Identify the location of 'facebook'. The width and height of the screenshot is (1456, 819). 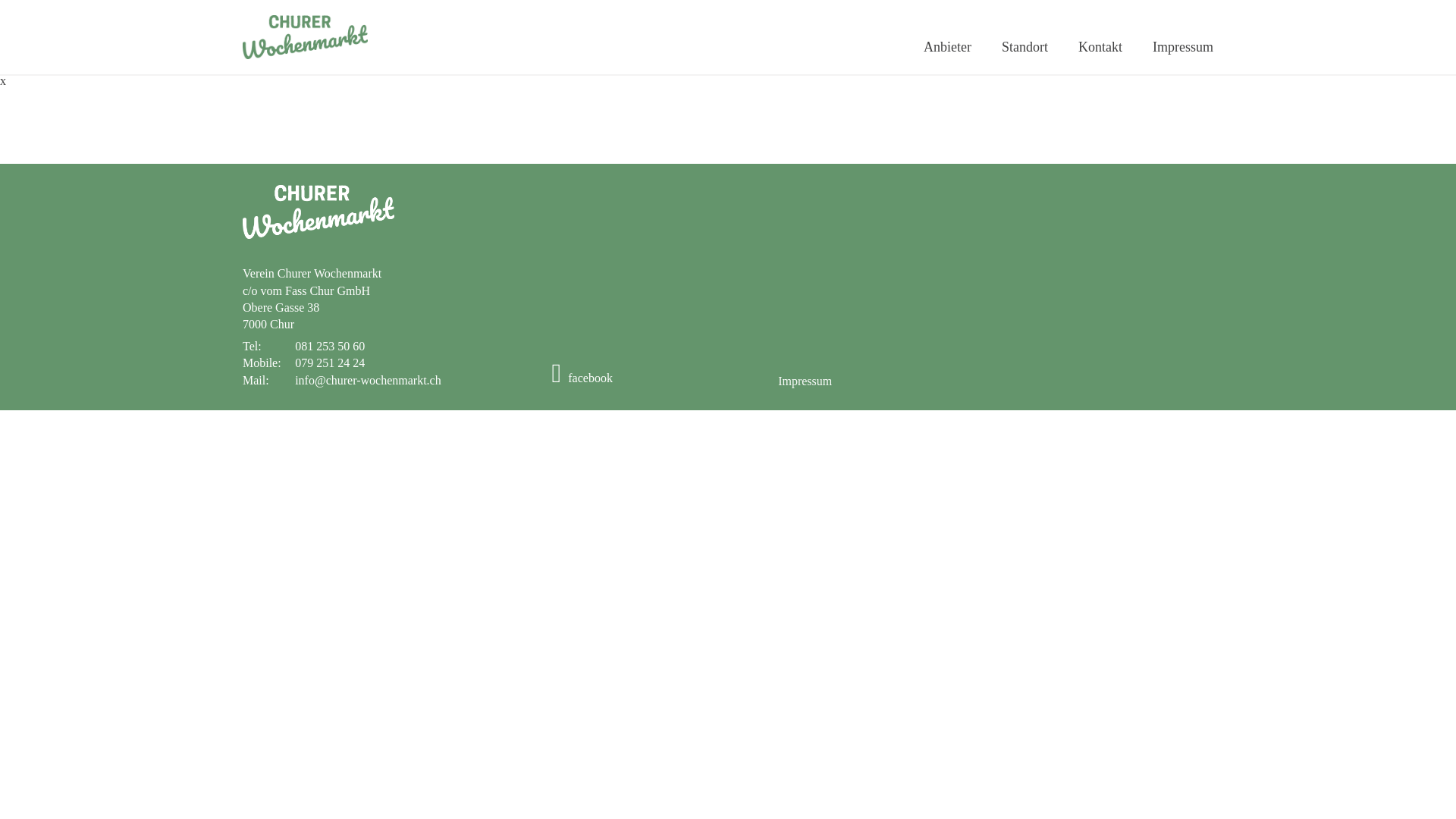
(581, 377).